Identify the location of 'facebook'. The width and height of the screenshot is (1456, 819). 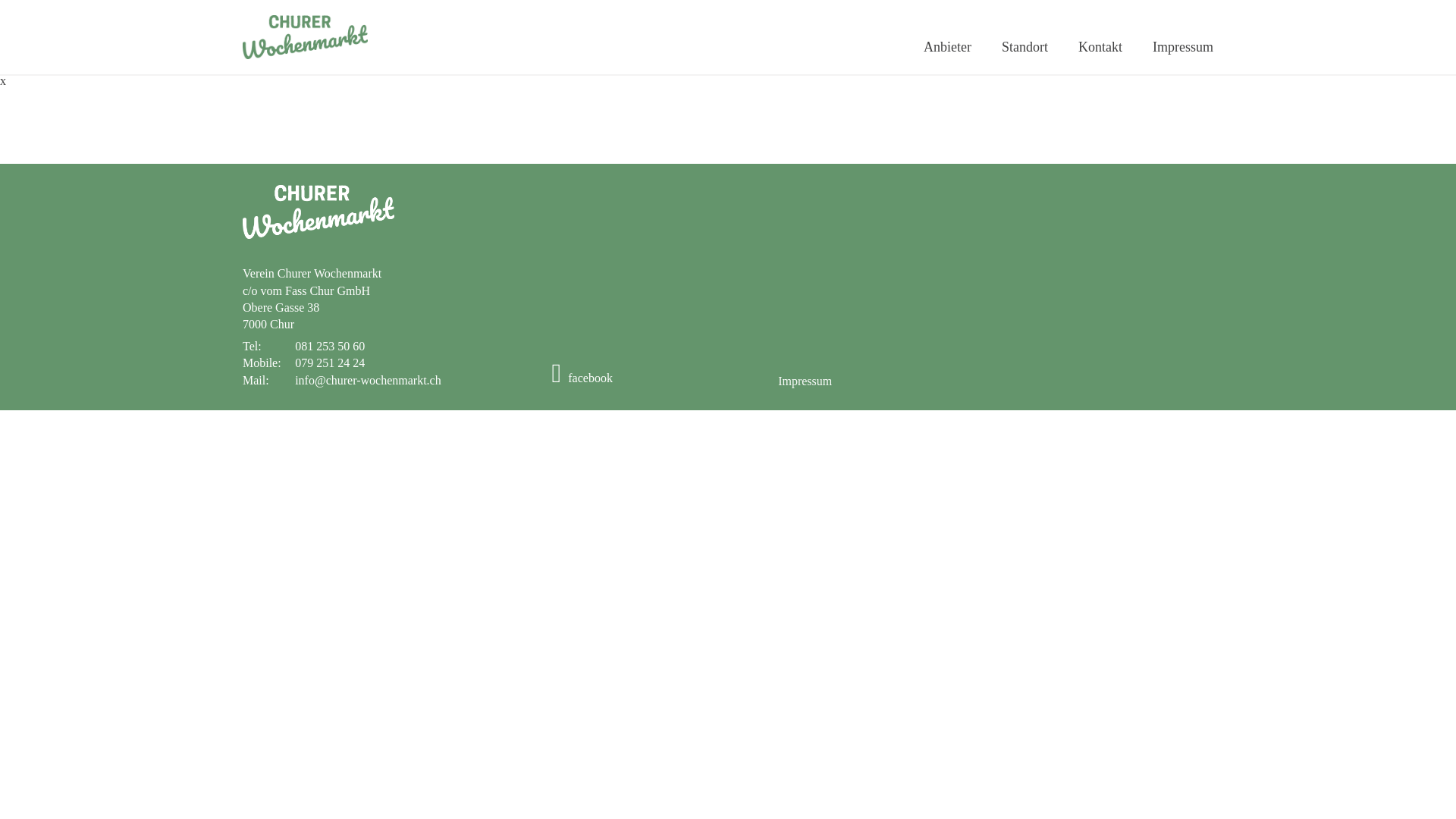
(581, 377).